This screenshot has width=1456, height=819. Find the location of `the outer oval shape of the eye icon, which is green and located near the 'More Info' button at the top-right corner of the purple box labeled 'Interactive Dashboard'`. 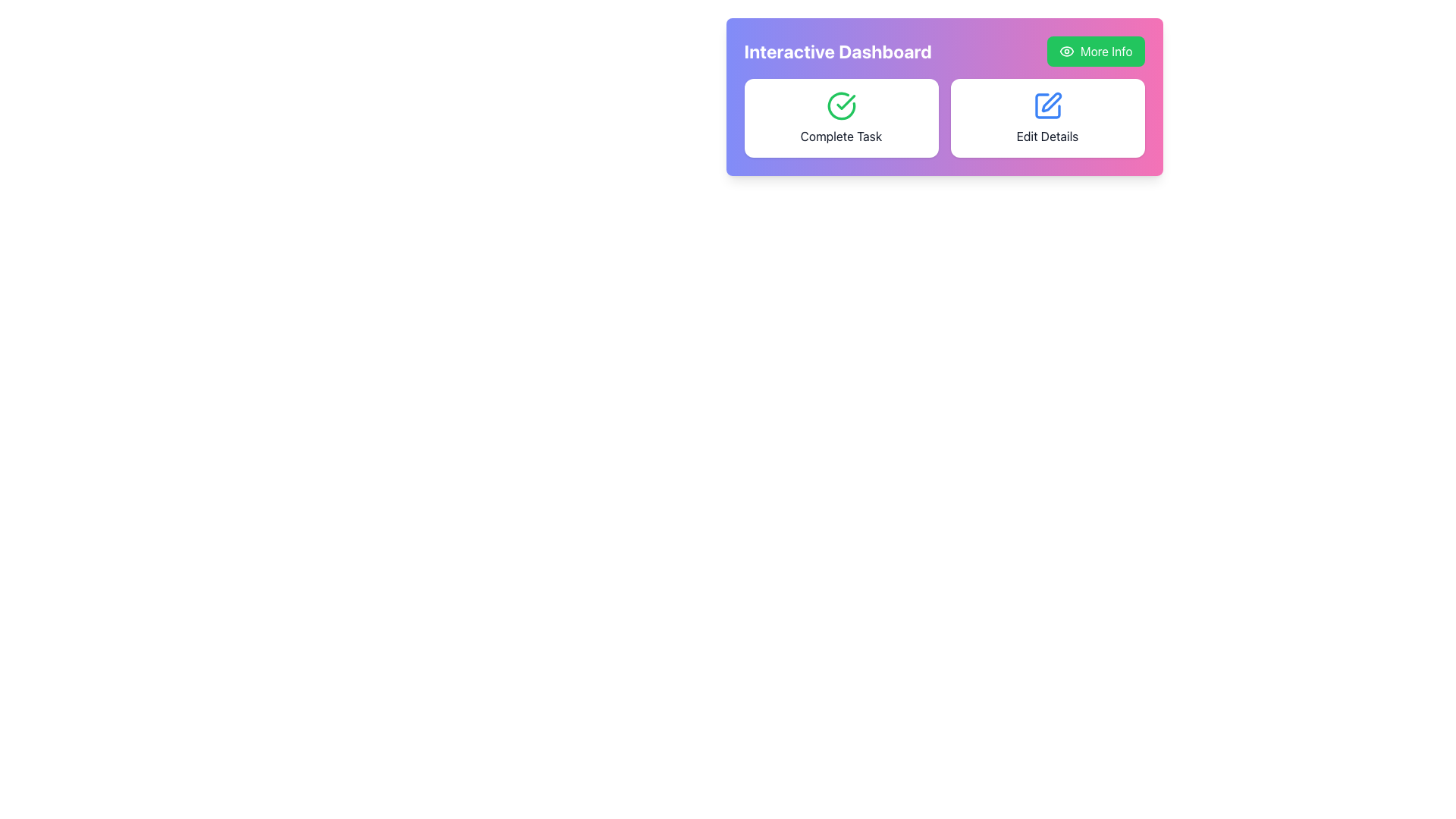

the outer oval shape of the eye icon, which is green and located near the 'More Info' button at the top-right corner of the purple box labeled 'Interactive Dashboard' is located at coordinates (1065, 51).